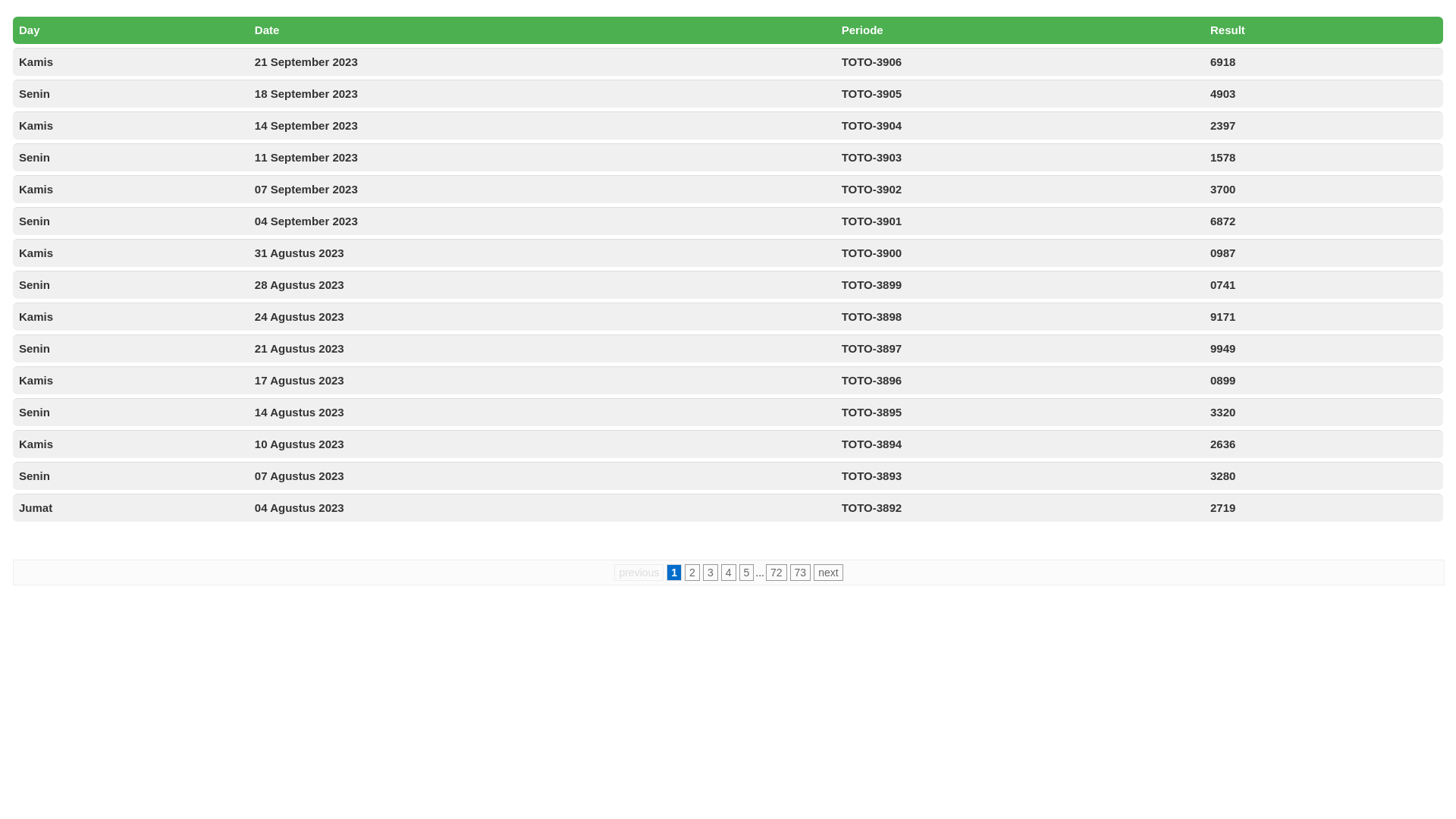  I want to click on '2', so click(691, 573).